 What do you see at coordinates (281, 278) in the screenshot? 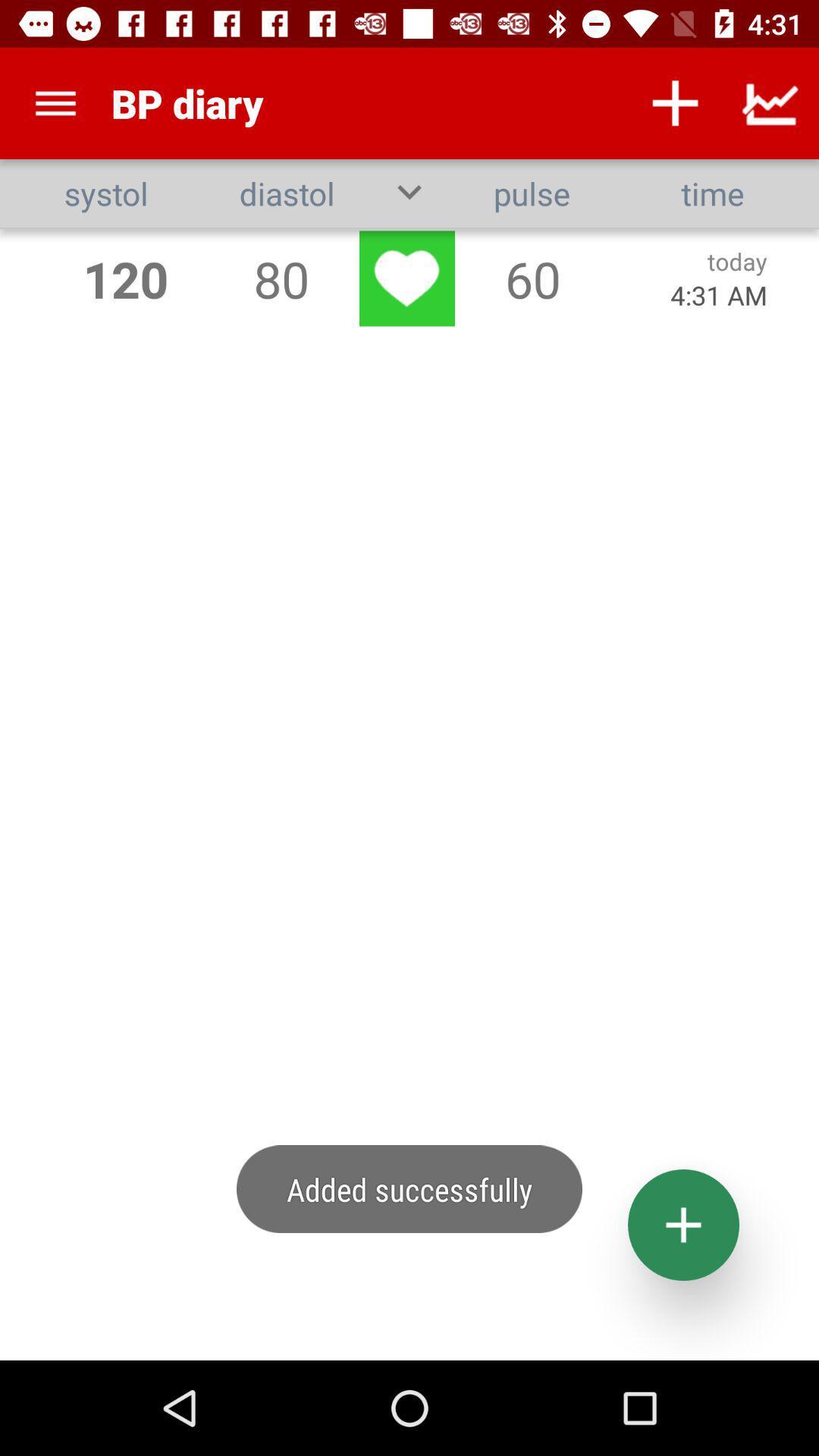
I see `the 80 item` at bounding box center [281, 278].